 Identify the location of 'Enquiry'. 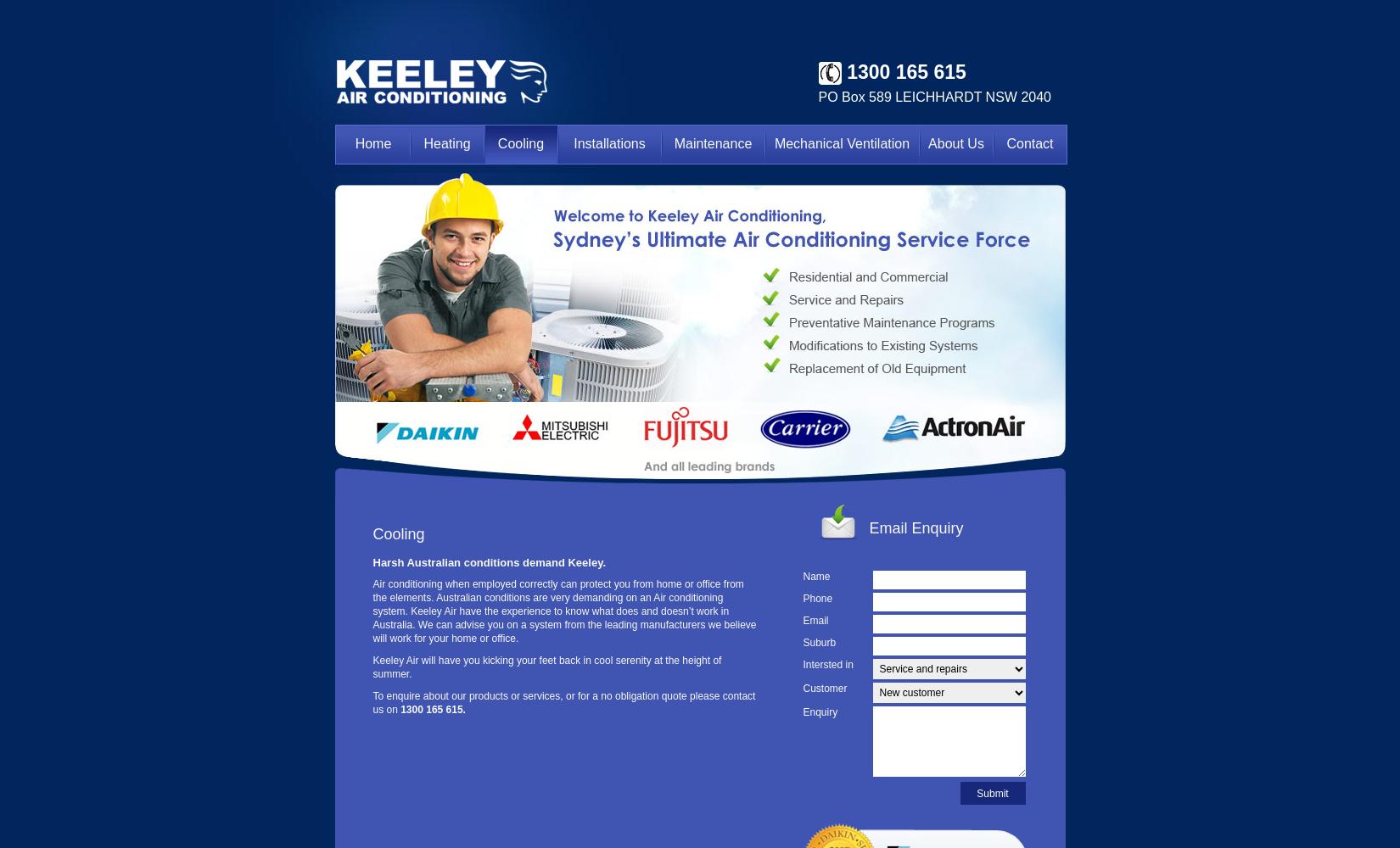
(802, 711).